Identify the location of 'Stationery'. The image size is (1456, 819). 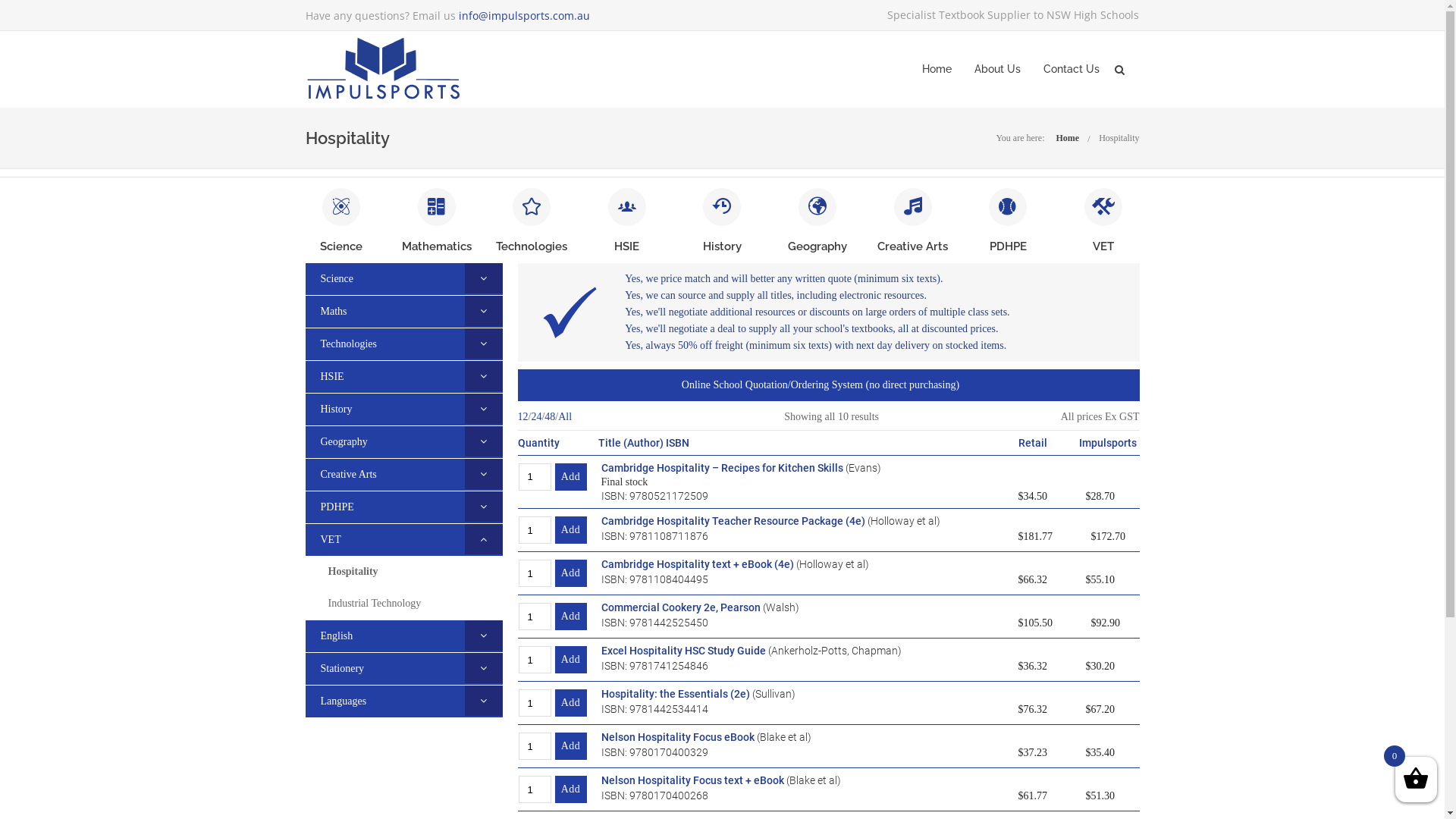
(304, 667).